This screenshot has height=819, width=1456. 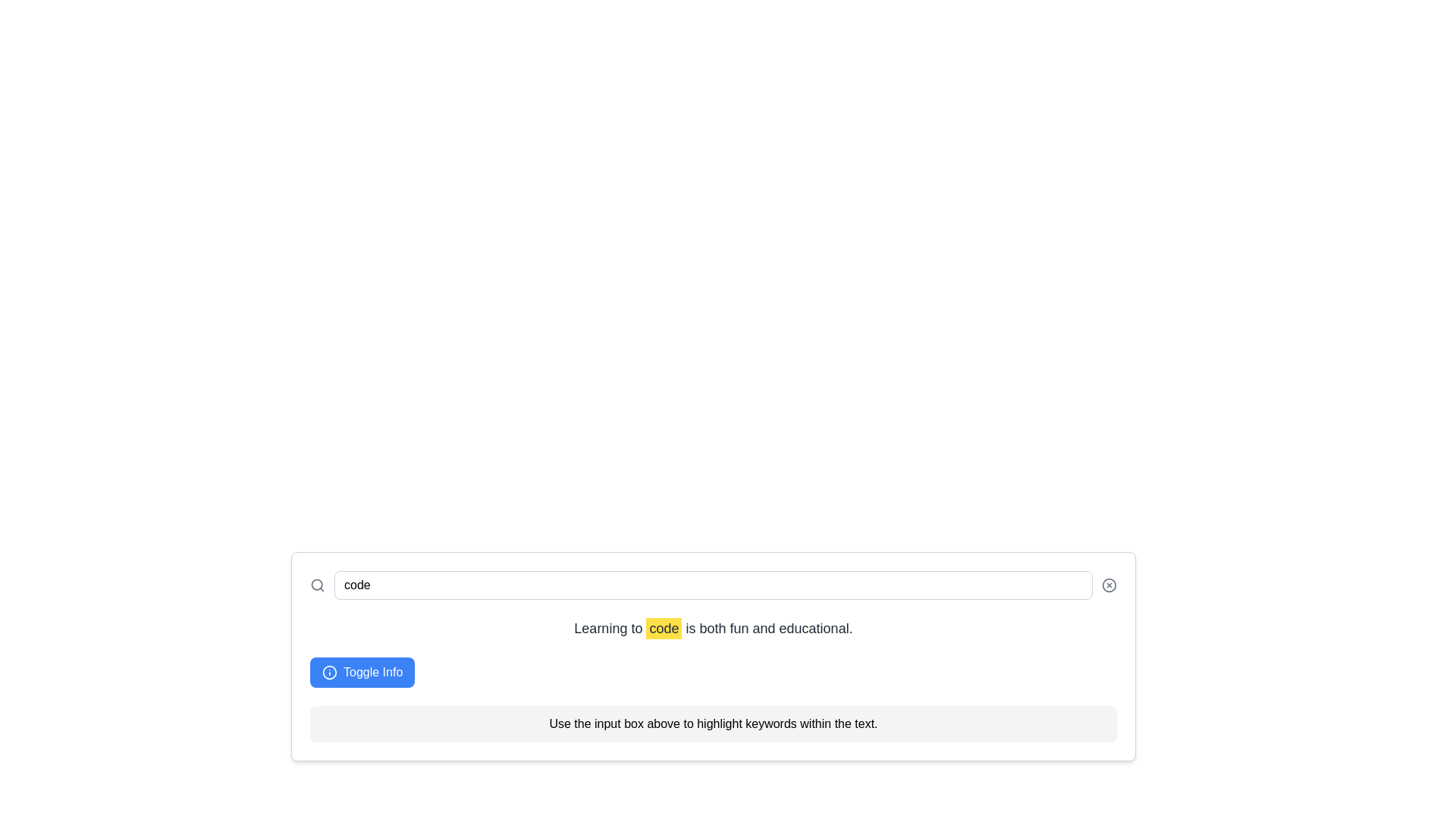 I want to click on the info icon located to the left of the 'Toggle Info' button, so click(x=329, y=672).